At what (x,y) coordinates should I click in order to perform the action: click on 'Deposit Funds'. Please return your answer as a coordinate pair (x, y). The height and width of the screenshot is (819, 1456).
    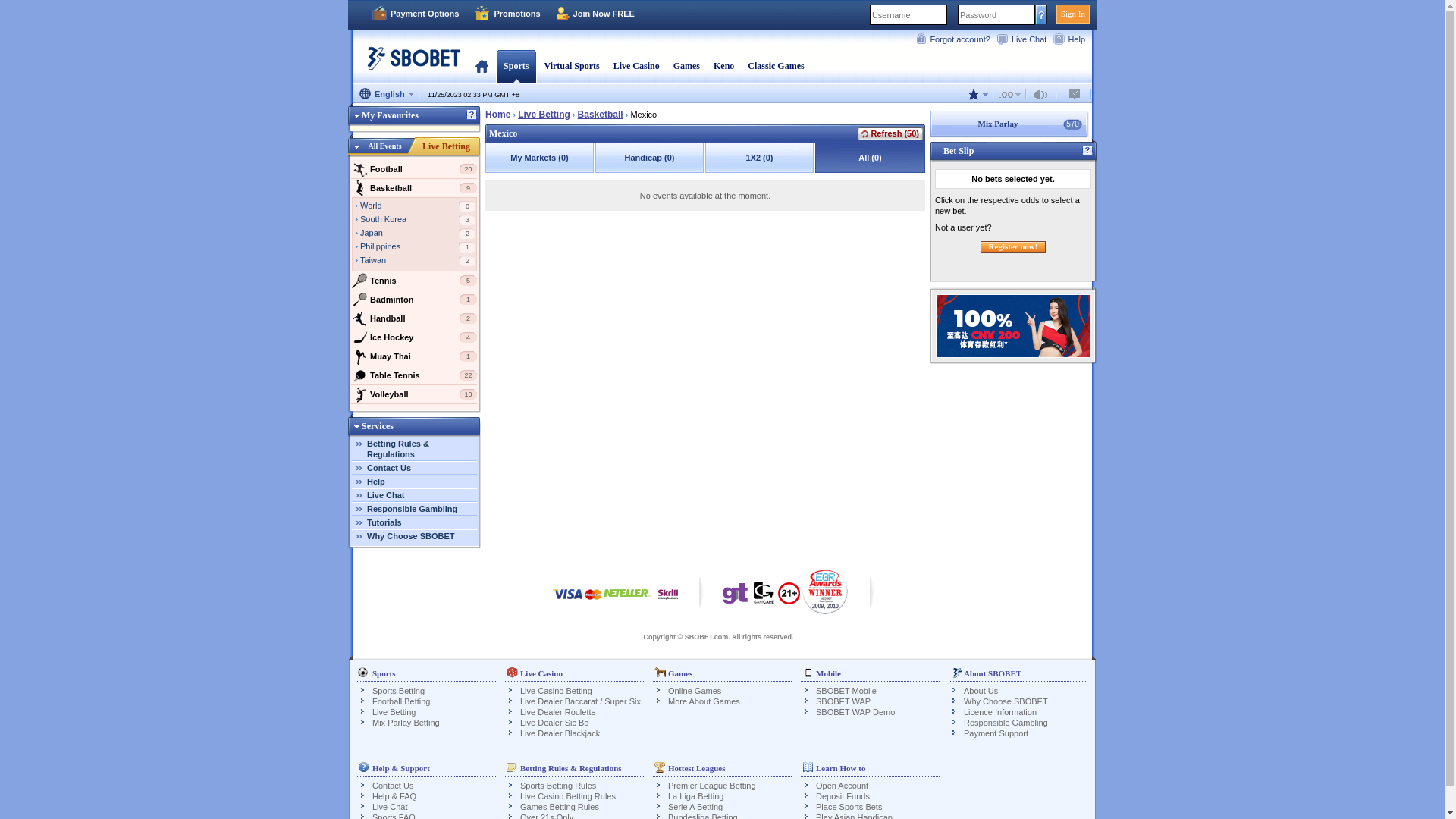
    Looking at the image, I should click on (842, 795).